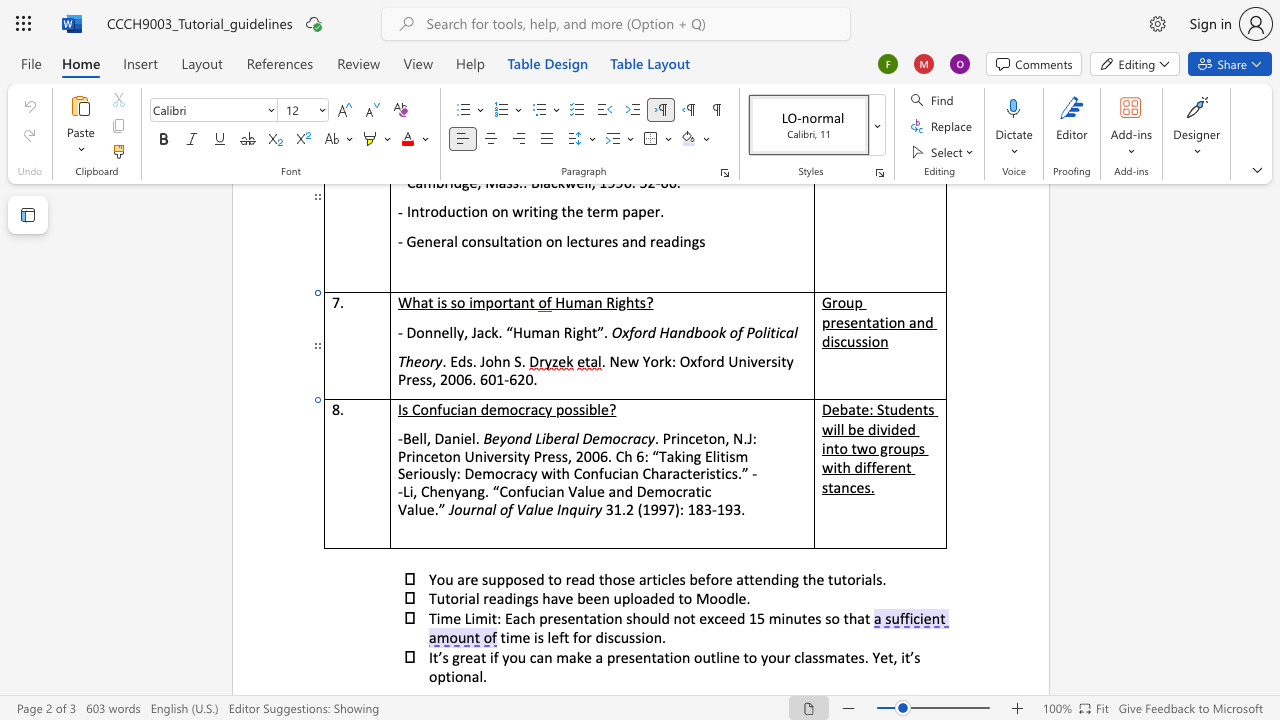 The image size is (1280, 720). What do you see at coordinates (588, 508) in the screenshot?
I see `the space between the continuous character "i" and "r" in the text` at bounding box center [588, 508].